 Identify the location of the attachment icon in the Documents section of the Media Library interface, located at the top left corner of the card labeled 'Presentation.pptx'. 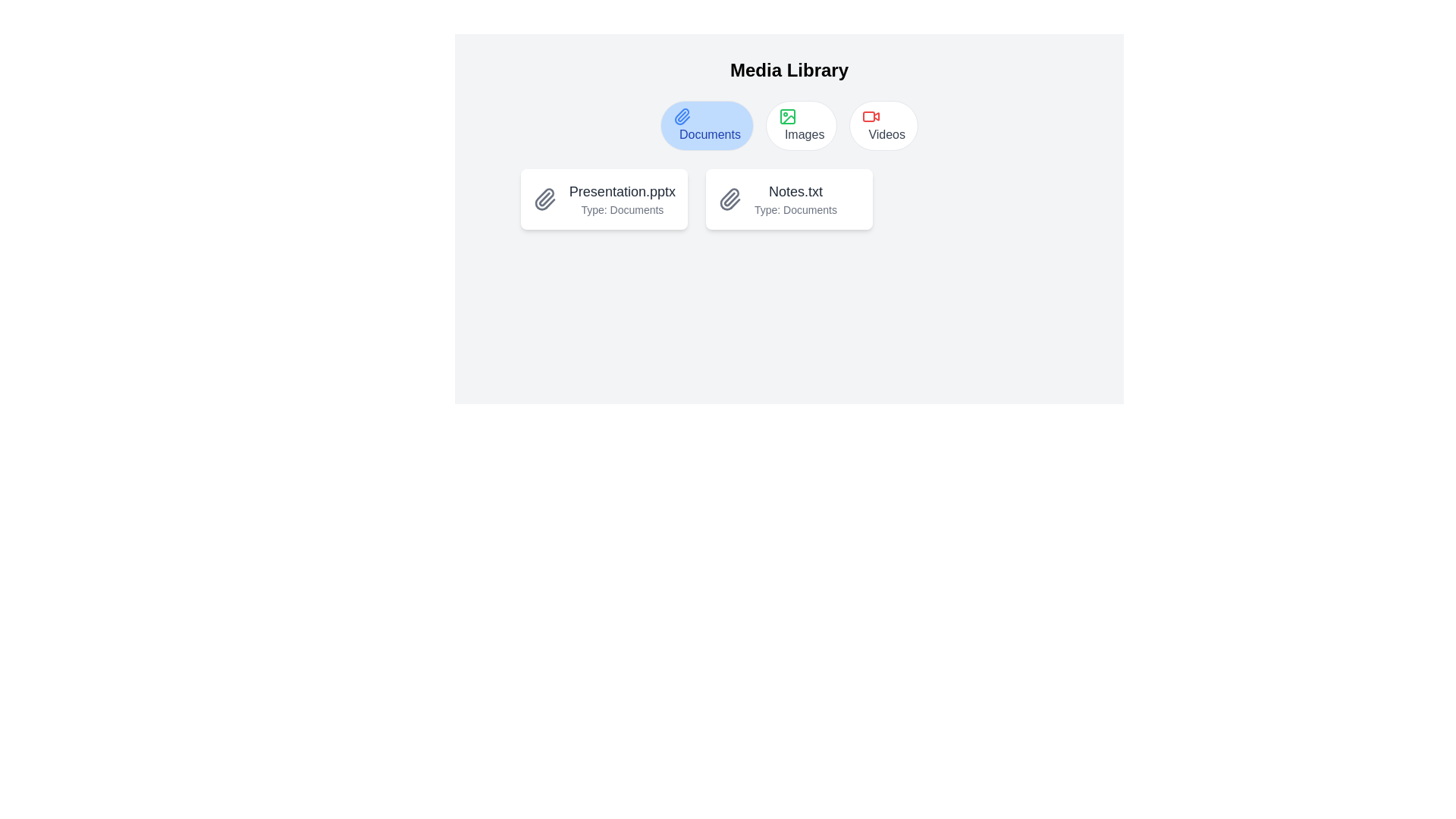
(544, 198).